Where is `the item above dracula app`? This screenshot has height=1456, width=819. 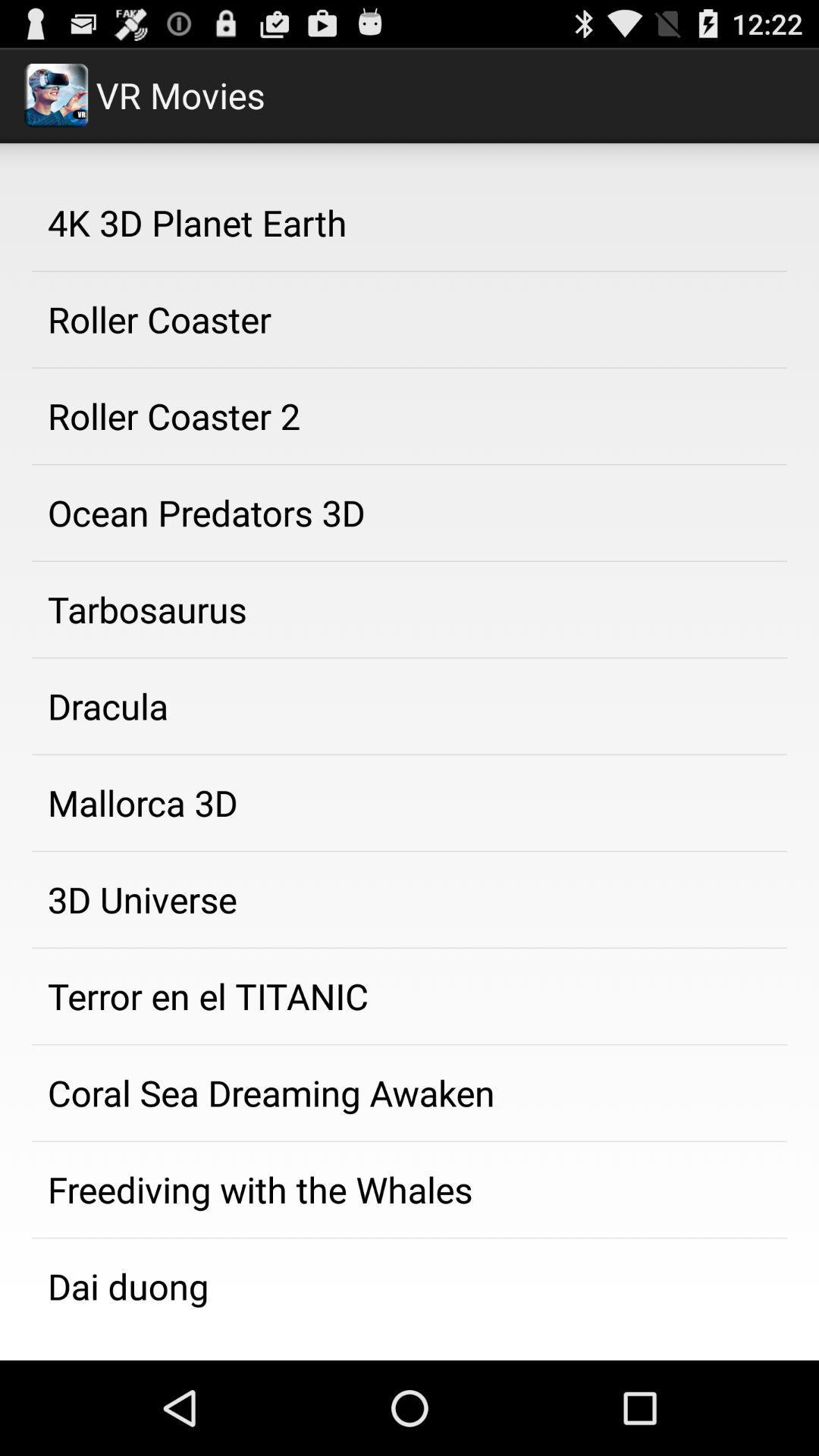 the item above dracula app is located at coordinates (409, 610).